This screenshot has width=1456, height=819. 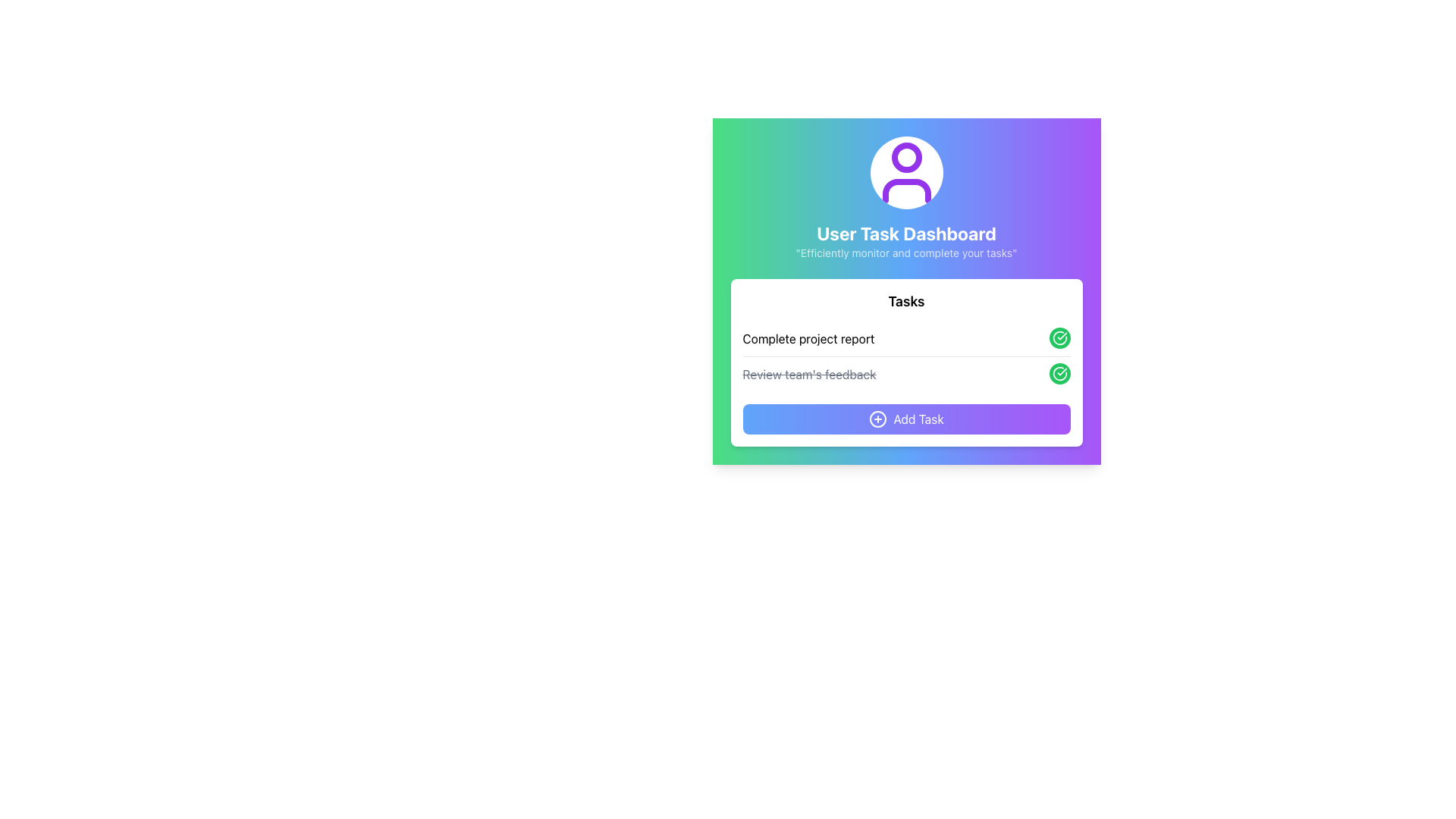 I want to click on the green circular button with a white checkmark inside, located to the right of the 'Review team's feedback' text in the 'Tasks' section of the dashboard, to change the task status, so click(x=1059, y=374).